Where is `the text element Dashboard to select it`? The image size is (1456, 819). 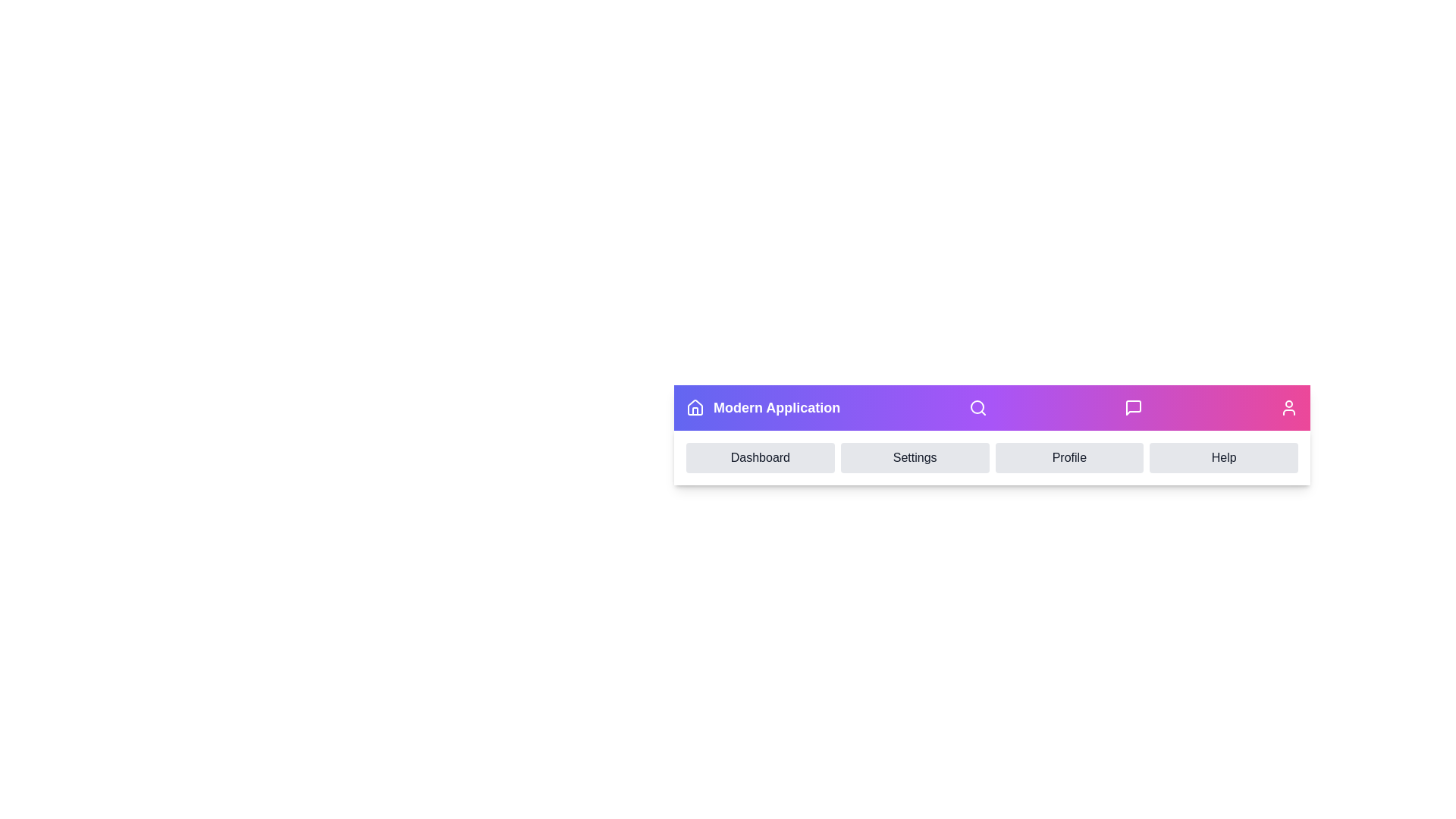 the text element Dashboard to select it is located at coordinates (760, 457).